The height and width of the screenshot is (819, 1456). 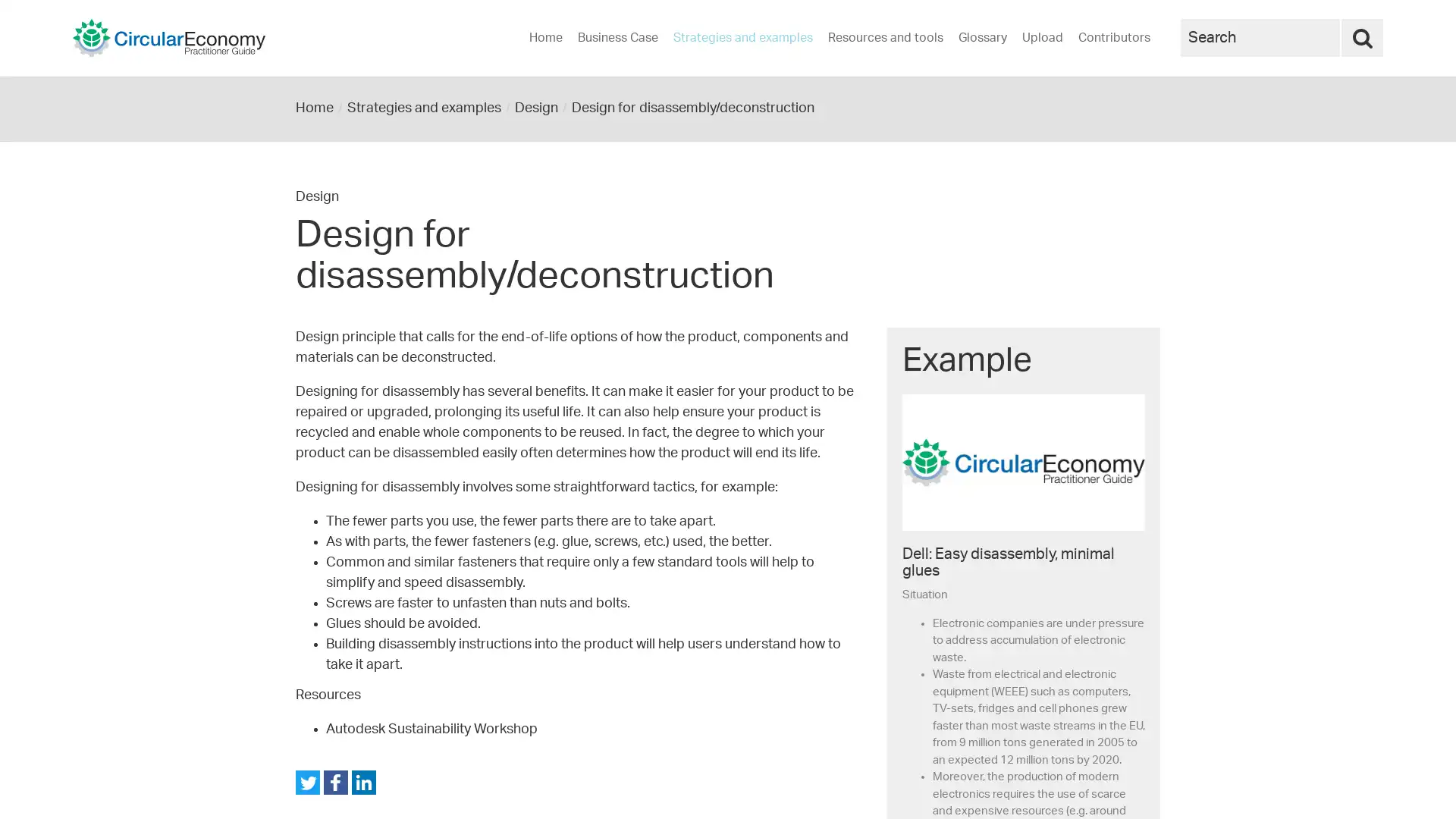 I want to click on Share to Facebook, so click(x=334, y=783).